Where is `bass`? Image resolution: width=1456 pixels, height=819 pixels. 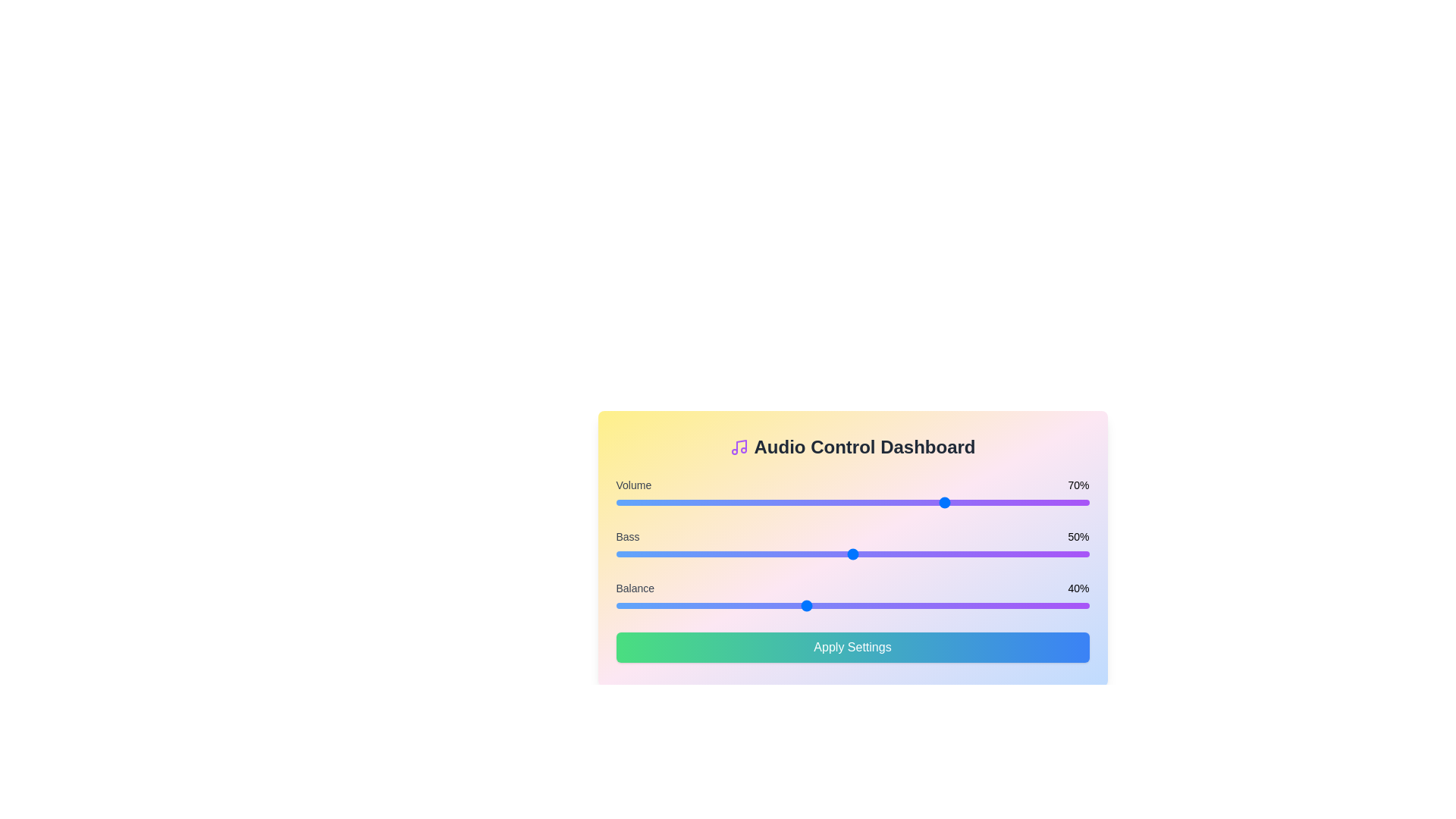 bass is located at coordinates (686, 554).